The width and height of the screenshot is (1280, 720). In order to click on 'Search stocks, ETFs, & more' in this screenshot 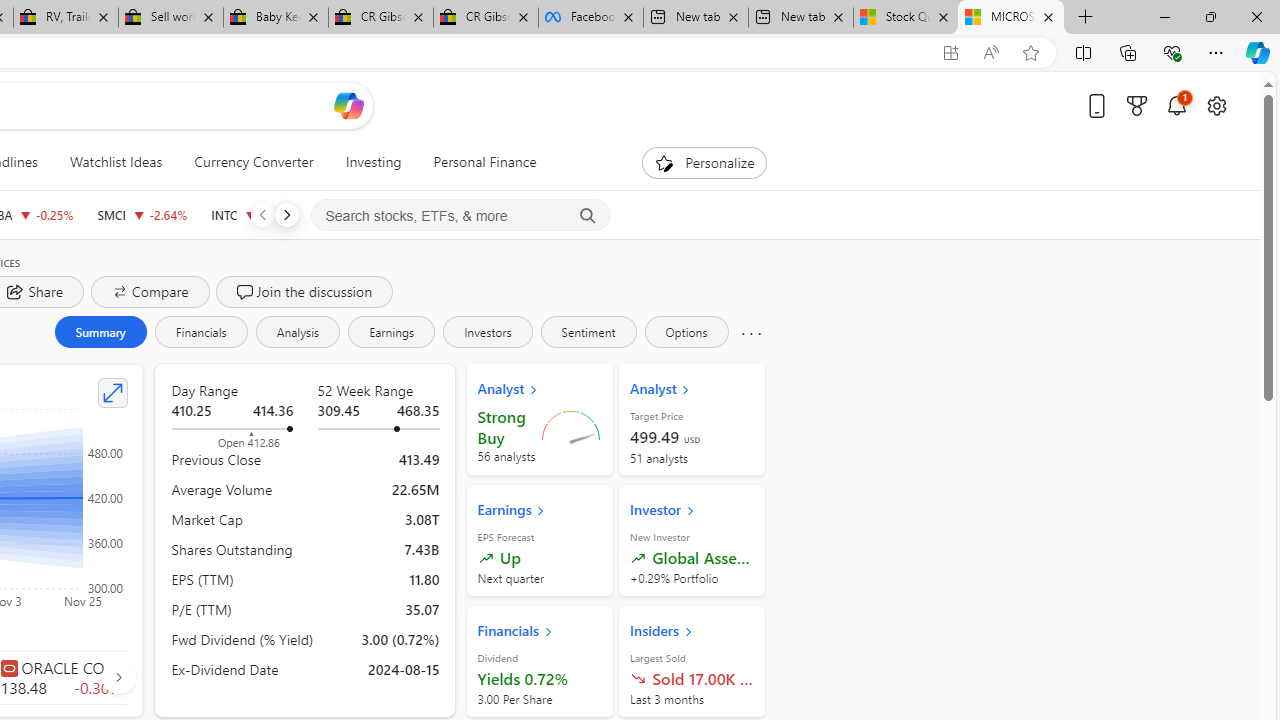, I will do `click(460, 216)`.